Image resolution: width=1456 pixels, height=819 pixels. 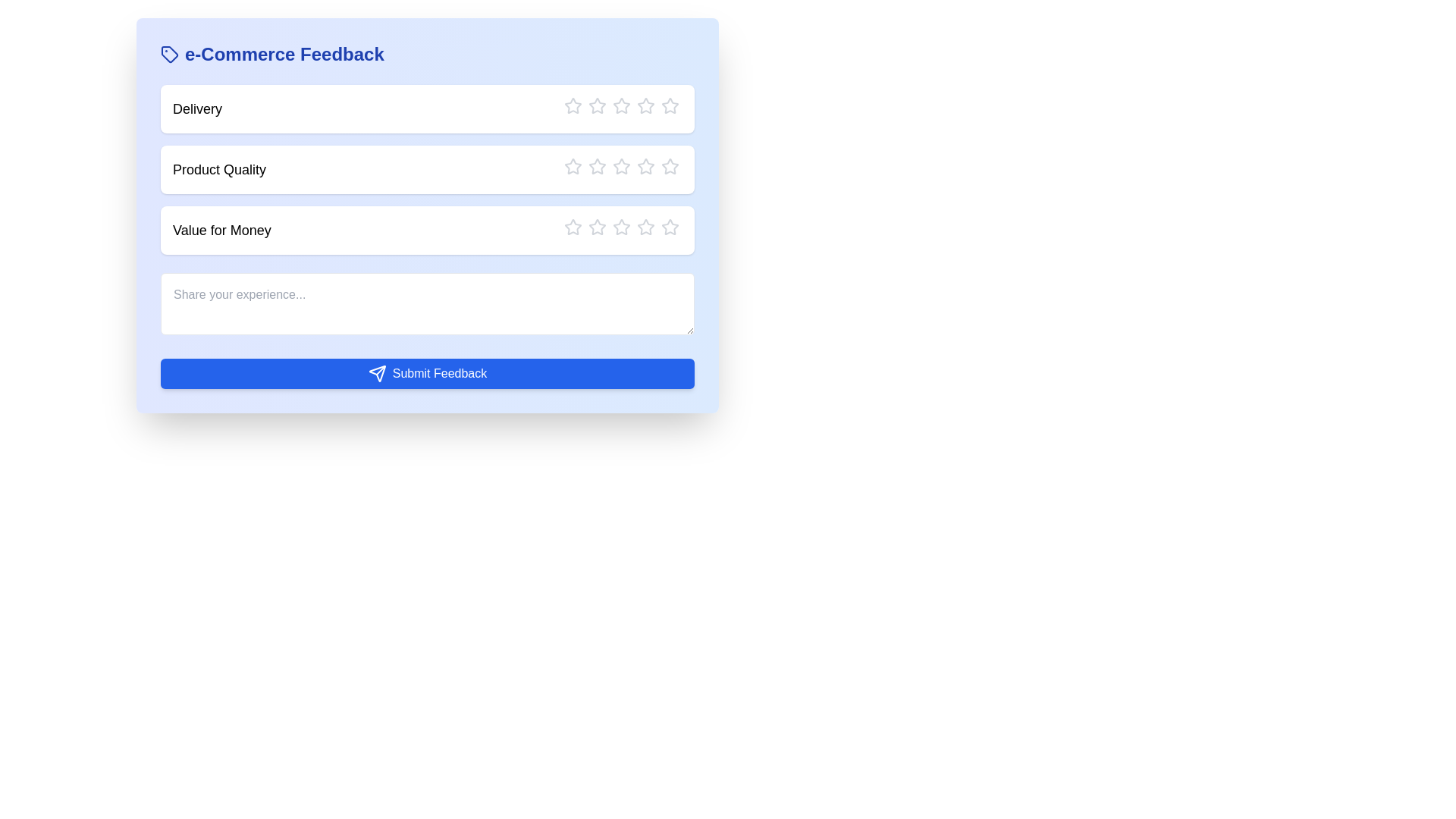 I want to click on the star corresponding to the rating 1 for the category Value for Money, so click(x=563, y=227).